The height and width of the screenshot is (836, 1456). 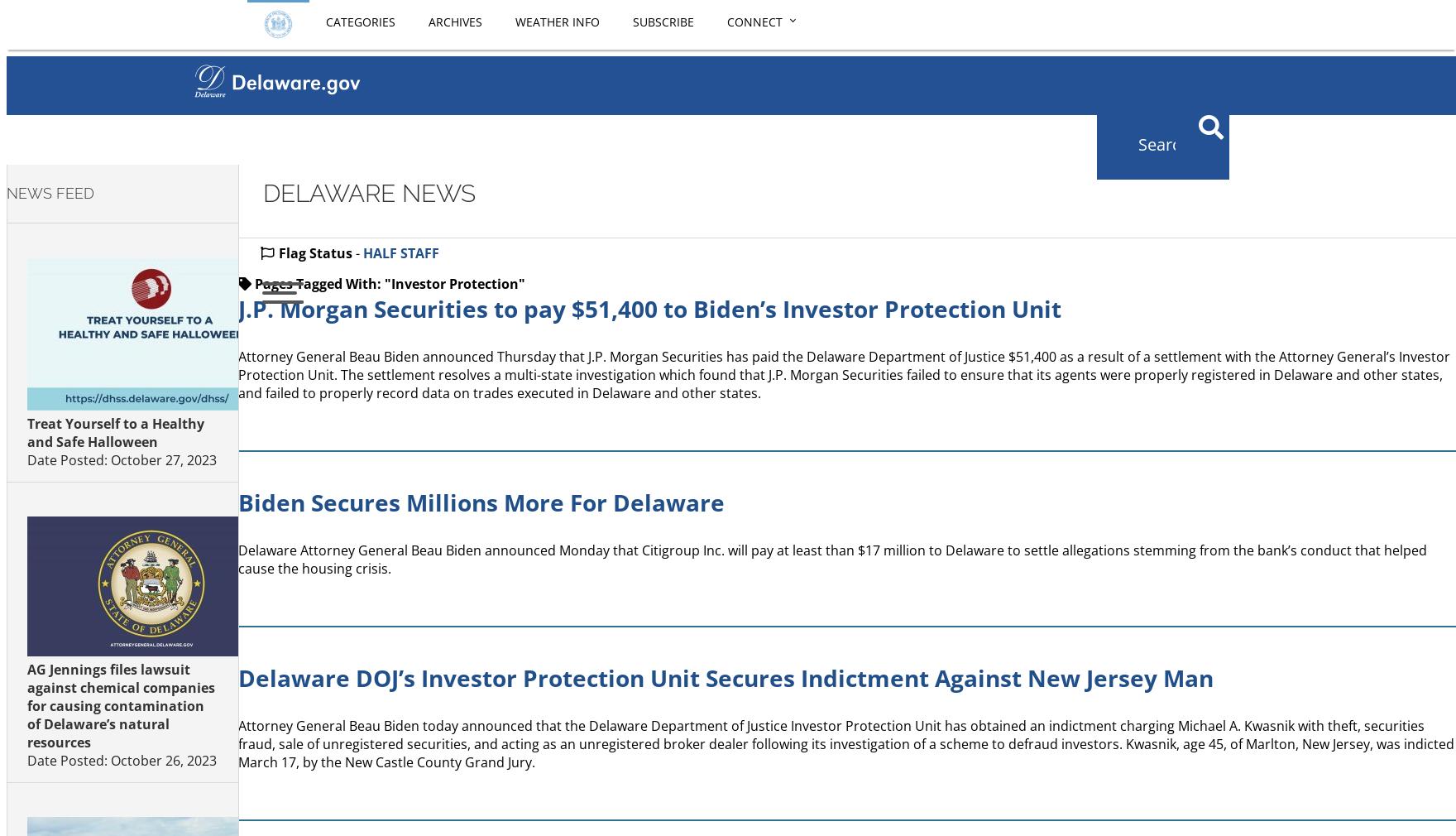 I want to click on 'AG Jennings files lawsuit against chemical companies for causing contamination of Delaware’s natural resources', so click(x=26, y=705).